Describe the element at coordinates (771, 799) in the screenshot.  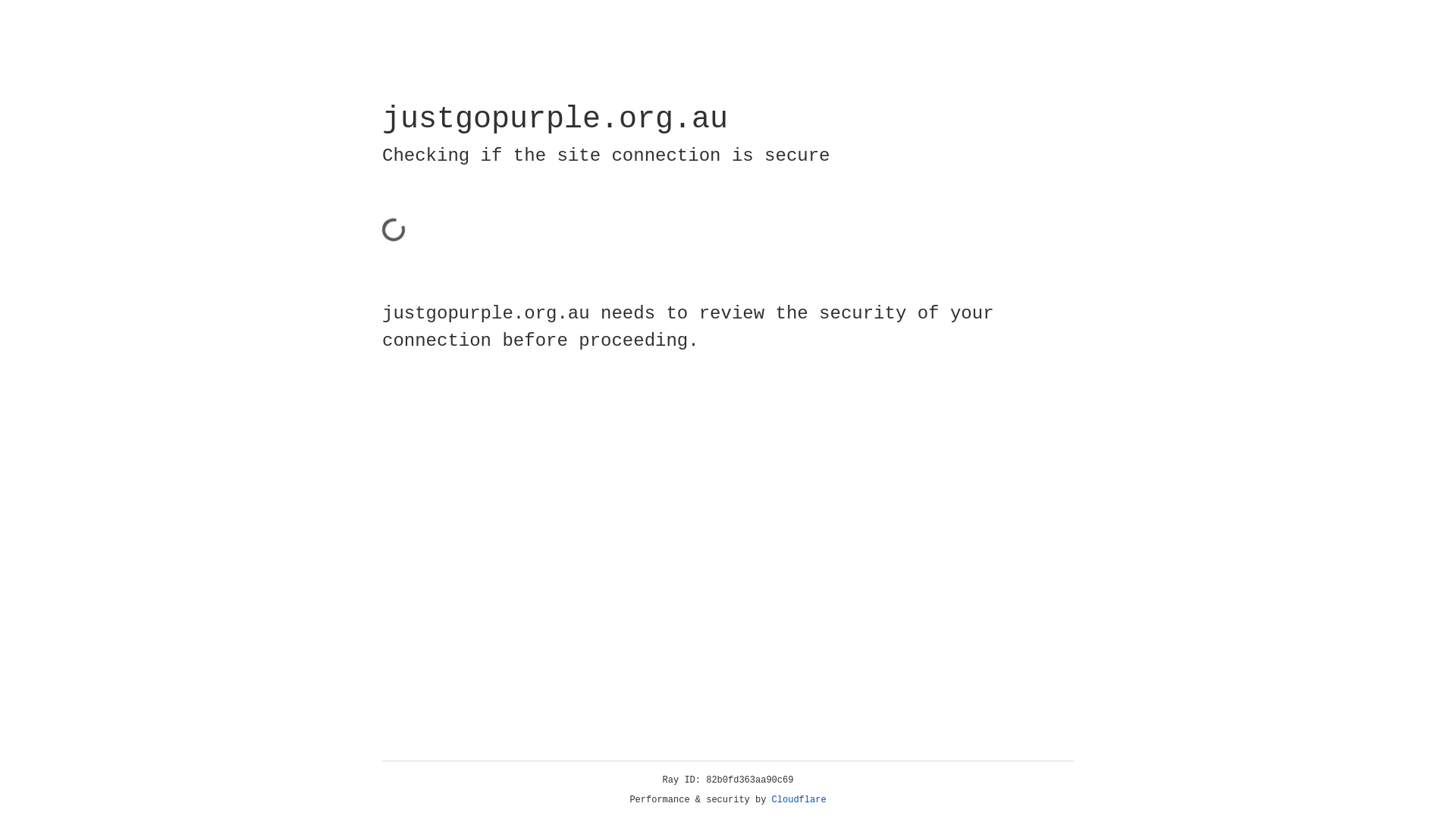
I see `'Cloudflare'` at that location.